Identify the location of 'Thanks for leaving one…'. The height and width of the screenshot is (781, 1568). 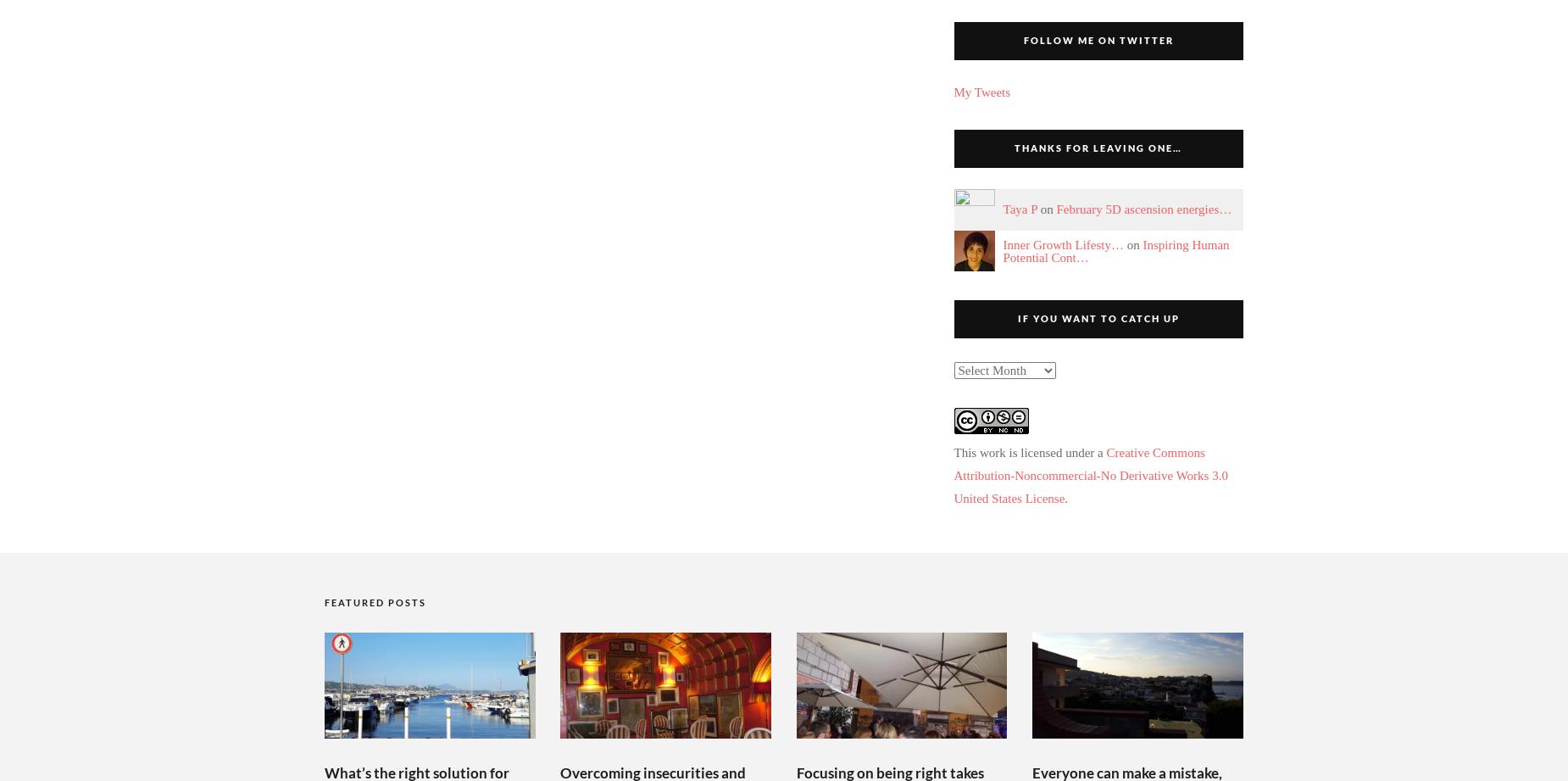
(1097, 147).